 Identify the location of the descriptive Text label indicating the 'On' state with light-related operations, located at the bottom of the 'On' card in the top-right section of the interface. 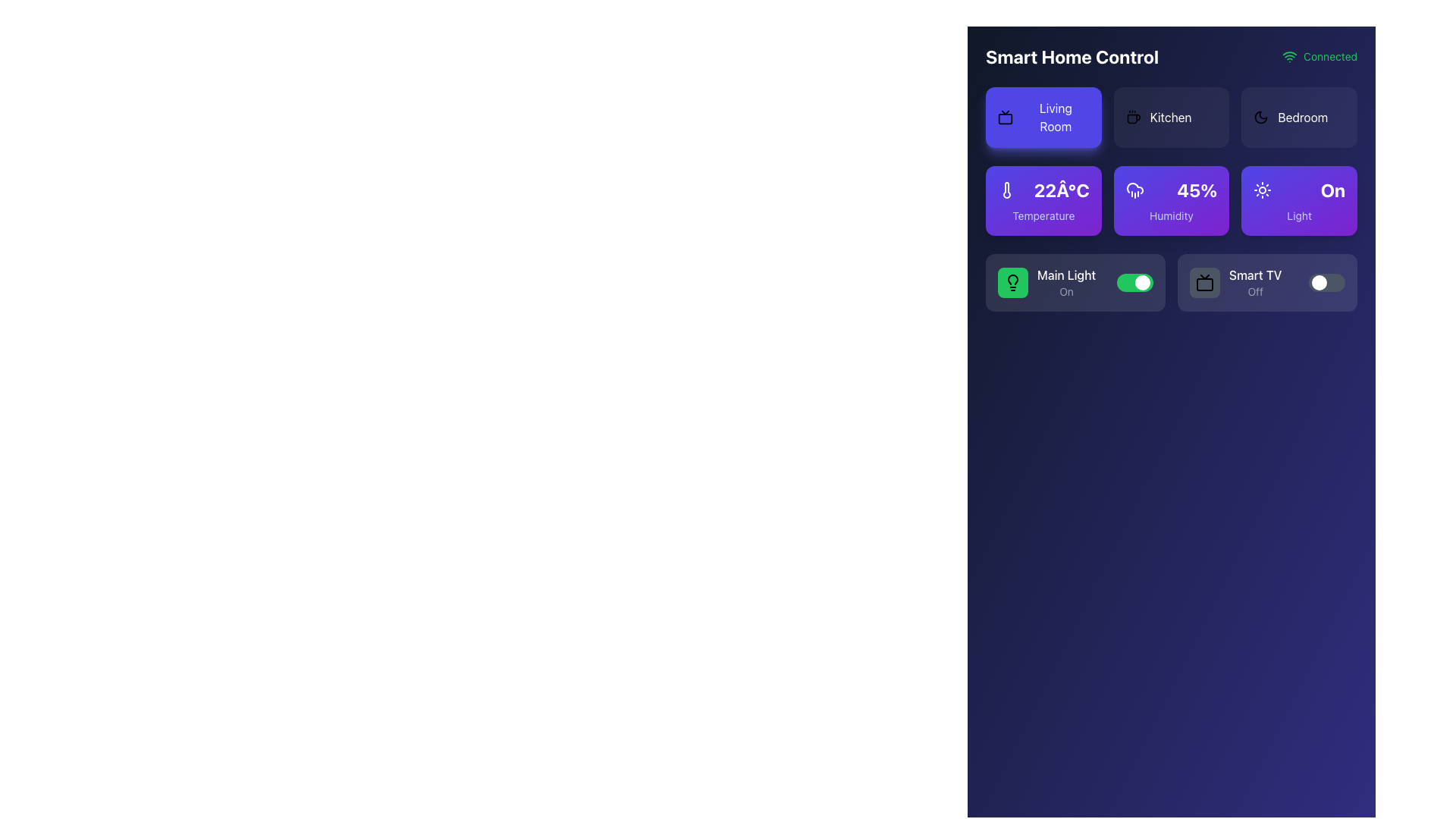
(1298, 216).